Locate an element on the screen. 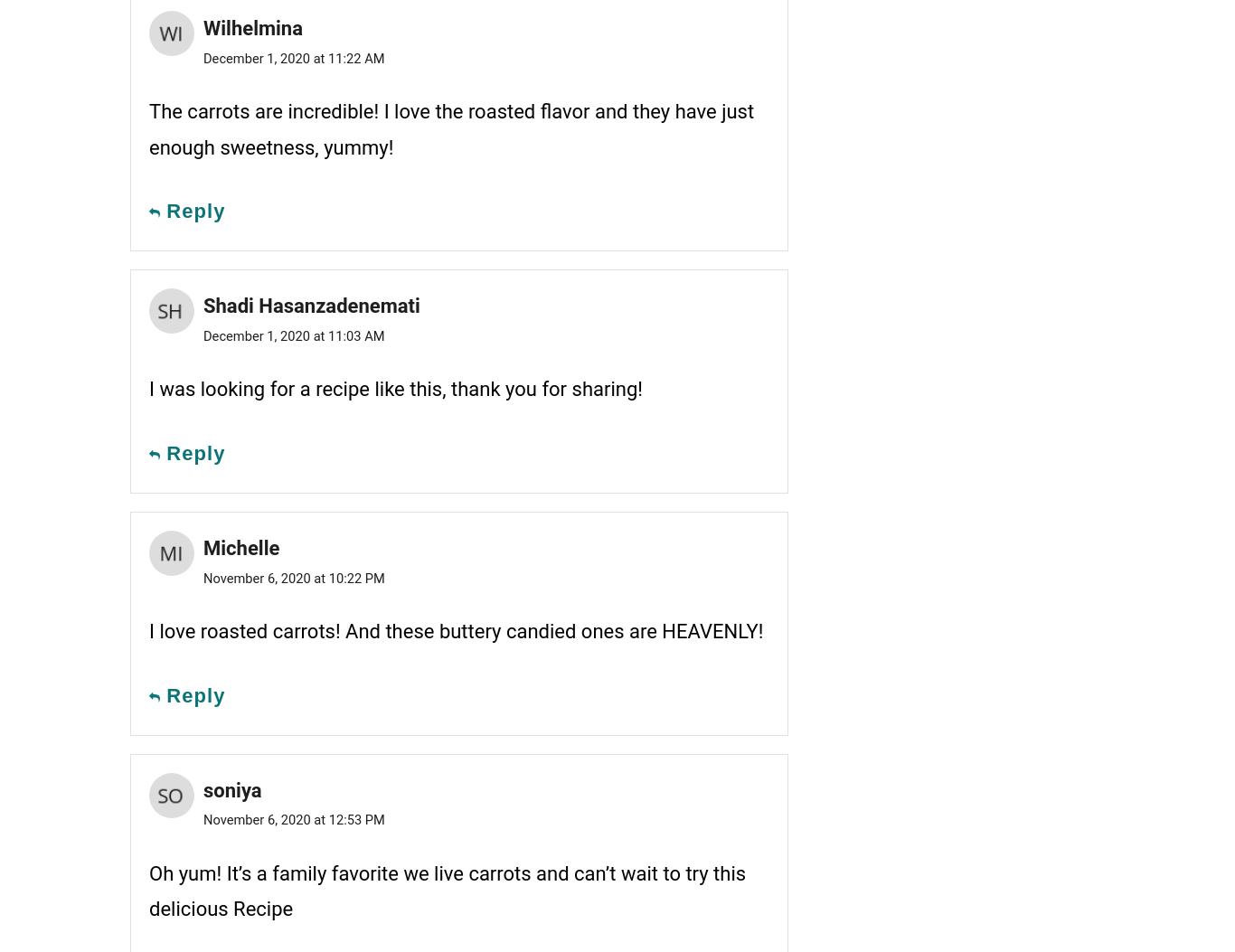  'Oh yum! It’s a family favorite we live carrots and can’t wait to try this delicious Recipe' is located at coordinates (448, 891).